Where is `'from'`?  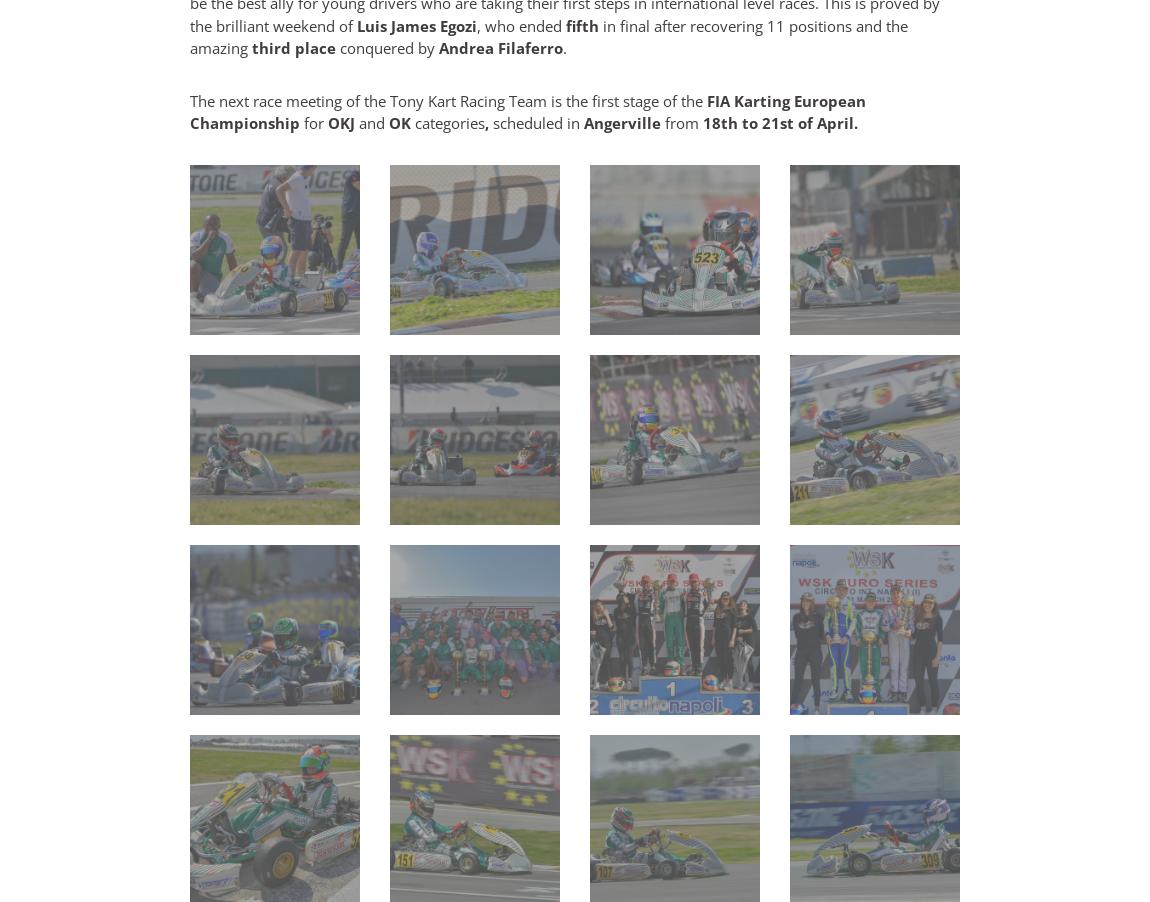
'from' is located at coordinates (680, 123).